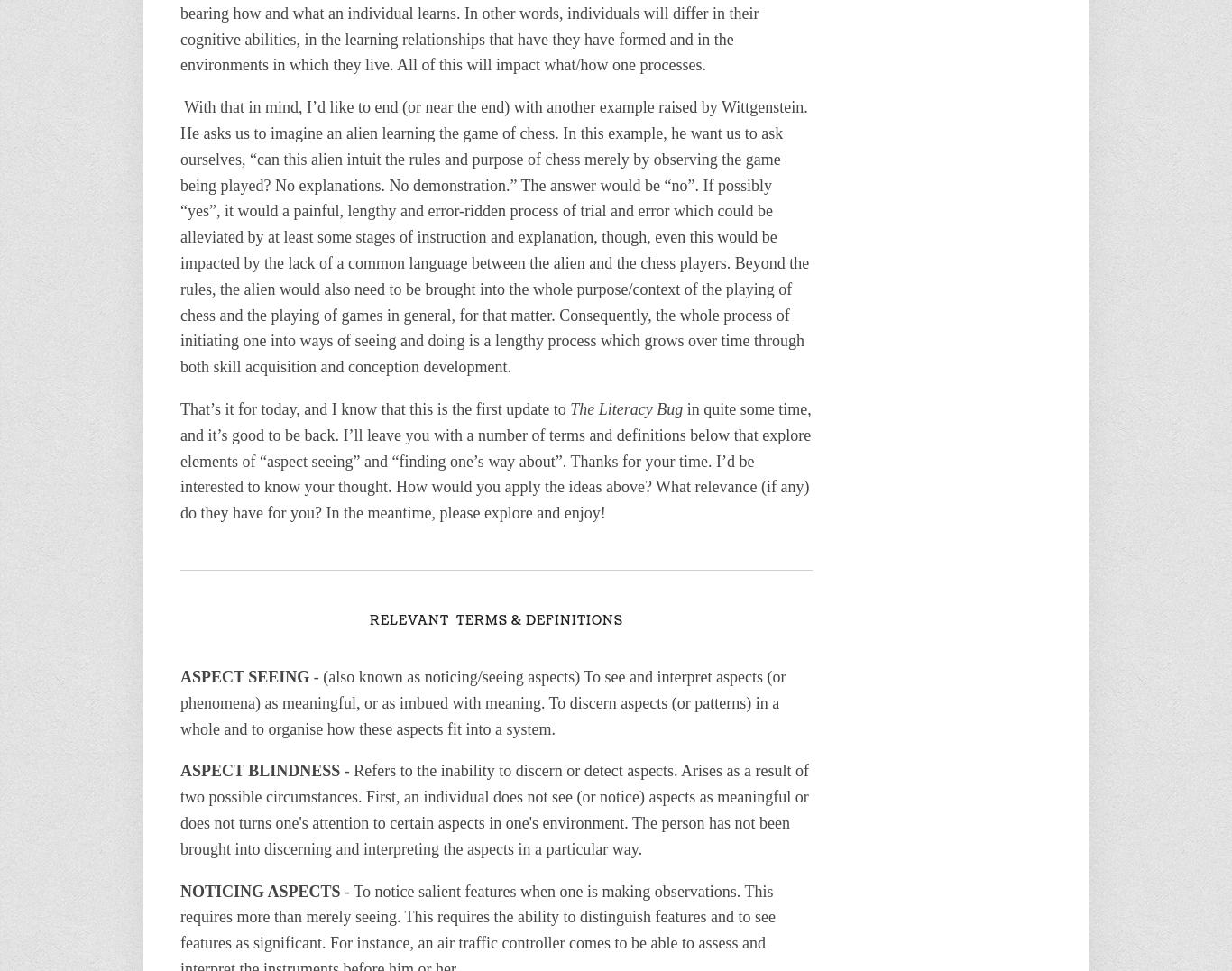 The image size is (1232, 971). I want to click on 'With that in mind, I’d like to end (or near the end) with another example raised by Wittgenstein. He asks us to imagine an alien learning the game of chess. In this example, he want us to ask ourselves, “can this alien intuit the rules and purpose of chess merely by observing the game being played? No explanations. No demonstration.” The answer would be “no”. If possibly “yes”, it would a painful, lengthy and error-ridden process of trial and error which could be alleviated by at least some stages of instruction and explanation, though, even this would be impacted by the lack of a common language between the alien and the chess players. Beyond the rules, the alien would also need to be brought into the whole purpose/context of the playing of chess and the playing of games in general, for that matter. Consequently, the whole process of initiating one into ways of seeing and doing is a lengthy process which grows over time through both skill acquisition and conception development.', so click(496, 236).